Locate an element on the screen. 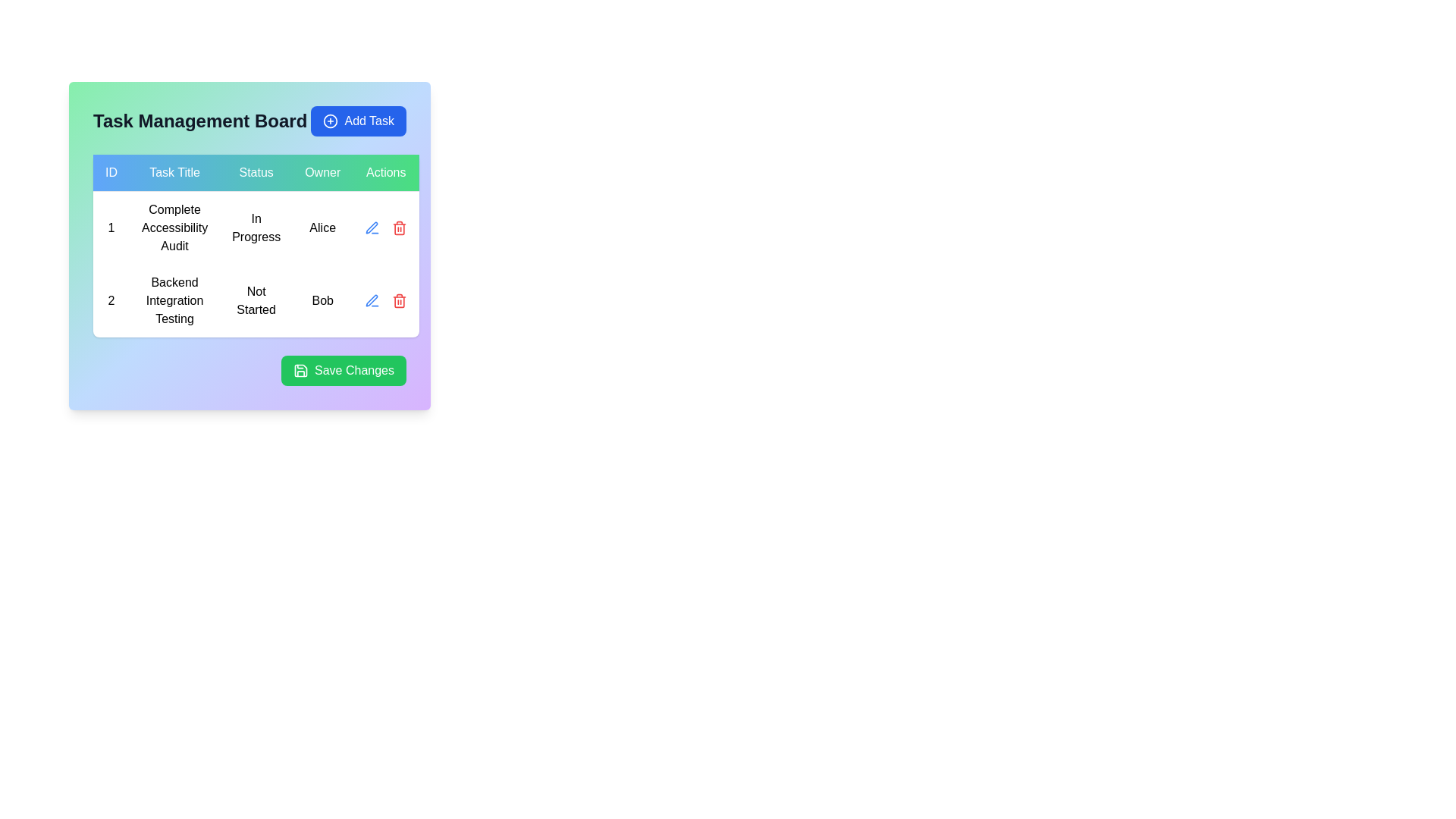 The height and width of the screenshot is (819, 1456). the text display showing 'Backend Integration Testing' in the second row and second column of the Task Management Board table is located at coordinates (174, 301).